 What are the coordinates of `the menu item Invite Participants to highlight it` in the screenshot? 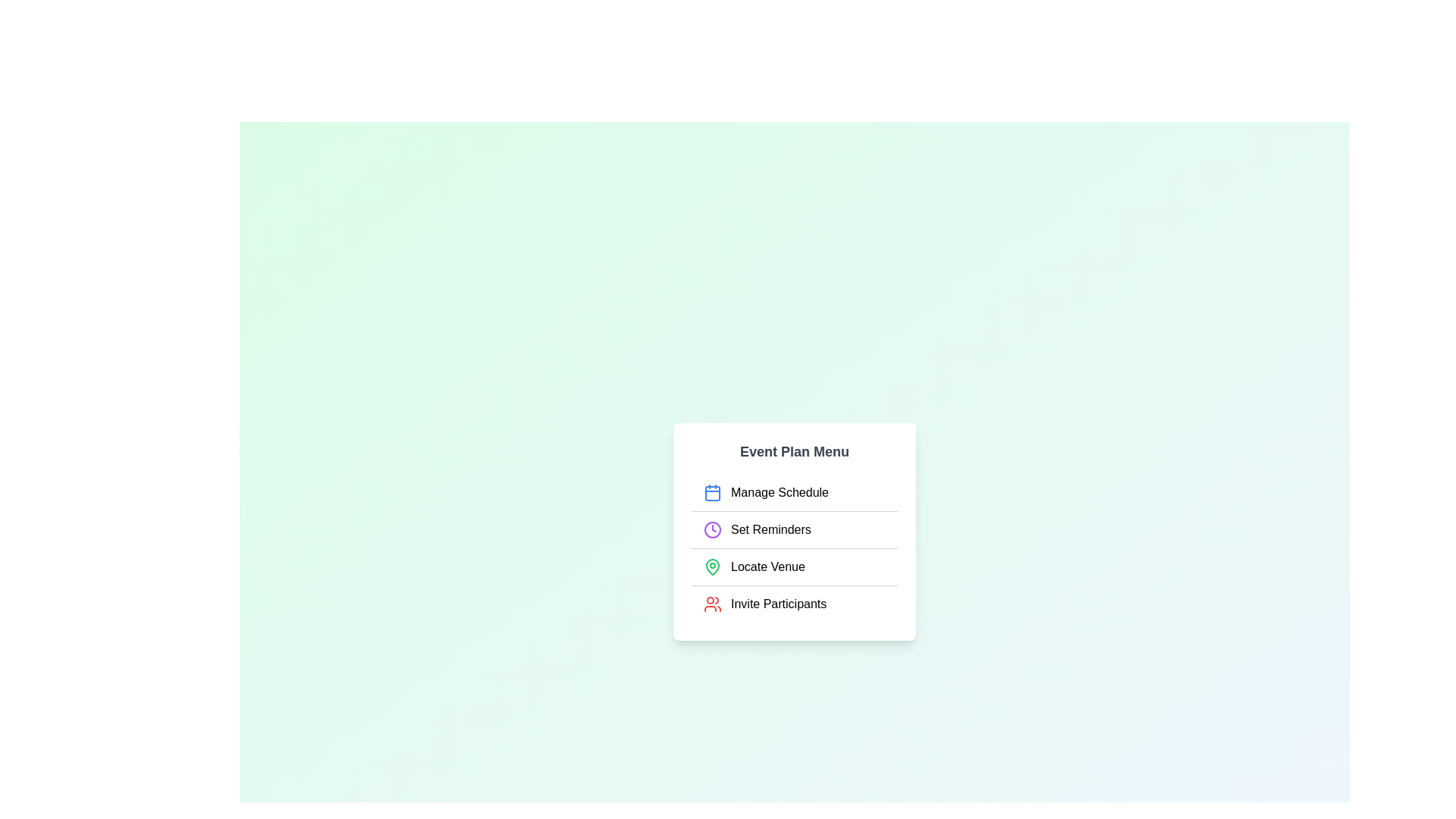 It's located at (793, 602).